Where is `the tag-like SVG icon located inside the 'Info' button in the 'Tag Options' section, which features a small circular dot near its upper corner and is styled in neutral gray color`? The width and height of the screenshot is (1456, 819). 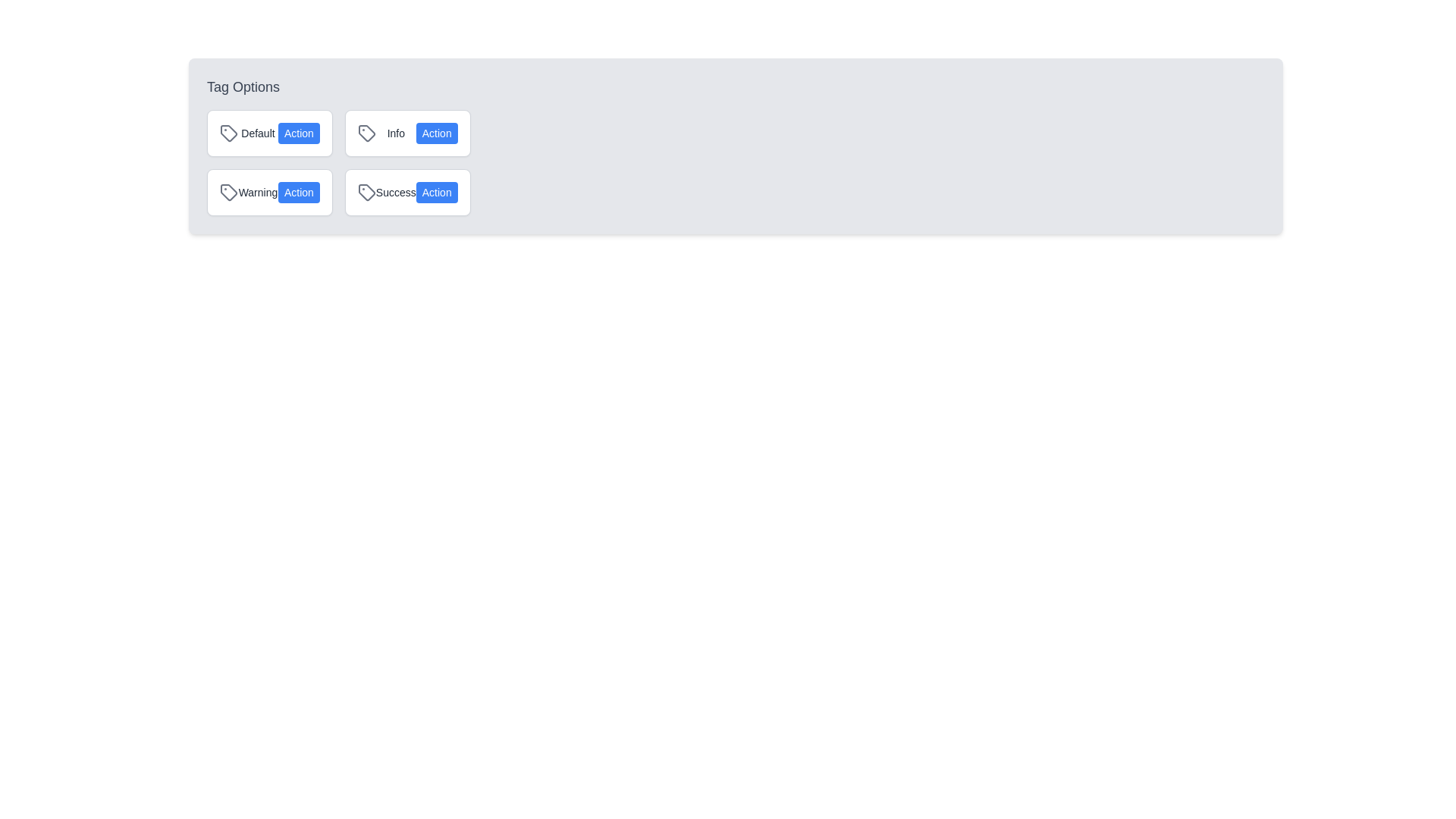
the tag-like SVG icon located inside the 'Info' button in the 'Tag Options' section, which features a small circular dot near its upper corner and is styled in neutral gray color is located at coordinates (366, 133).